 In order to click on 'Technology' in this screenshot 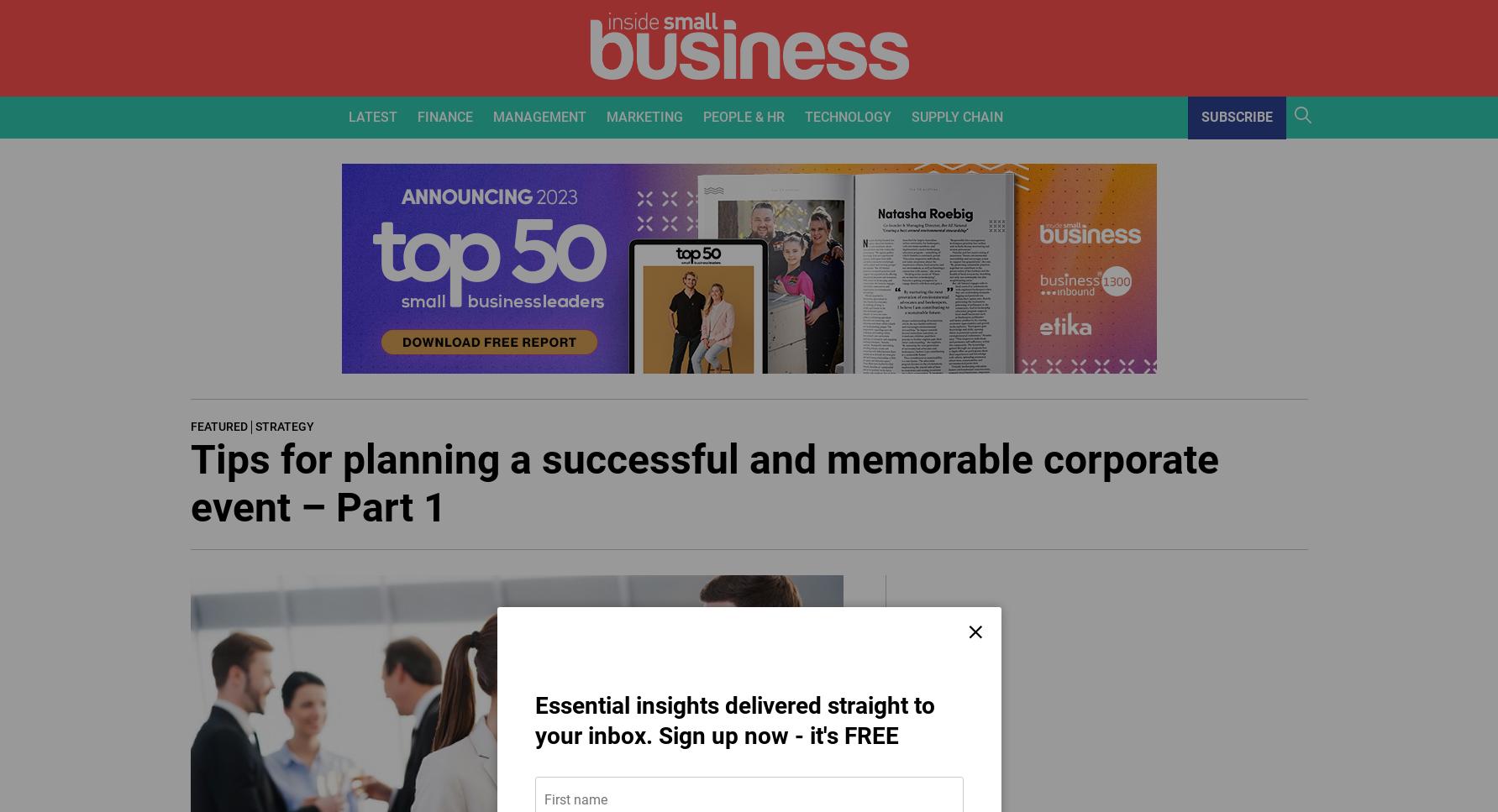, I will do `click(802, 115)`.